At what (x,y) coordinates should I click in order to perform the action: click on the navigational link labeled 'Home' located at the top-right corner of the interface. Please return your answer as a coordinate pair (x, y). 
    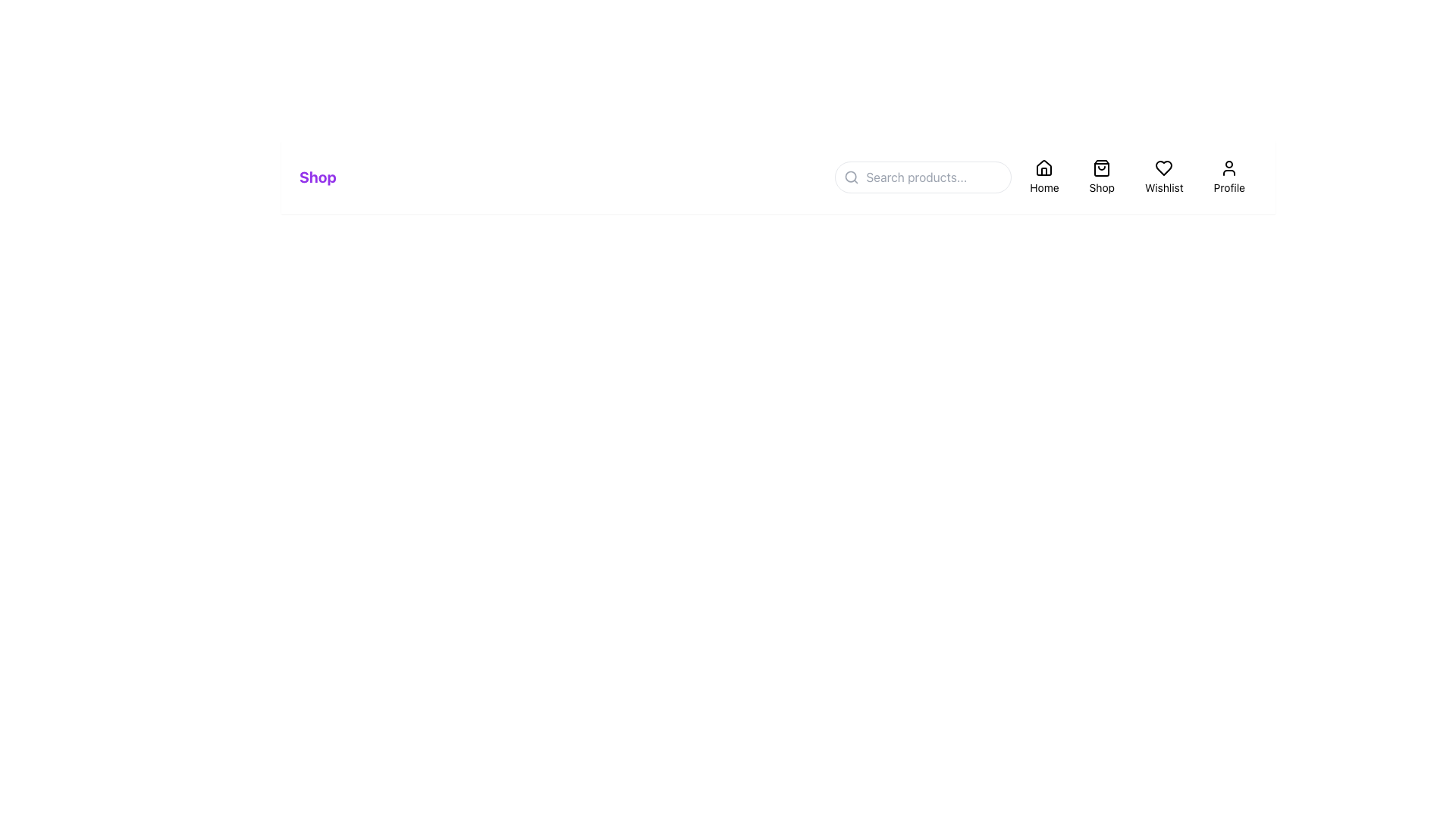
    Looking at the image, I should click on (1045, 177).